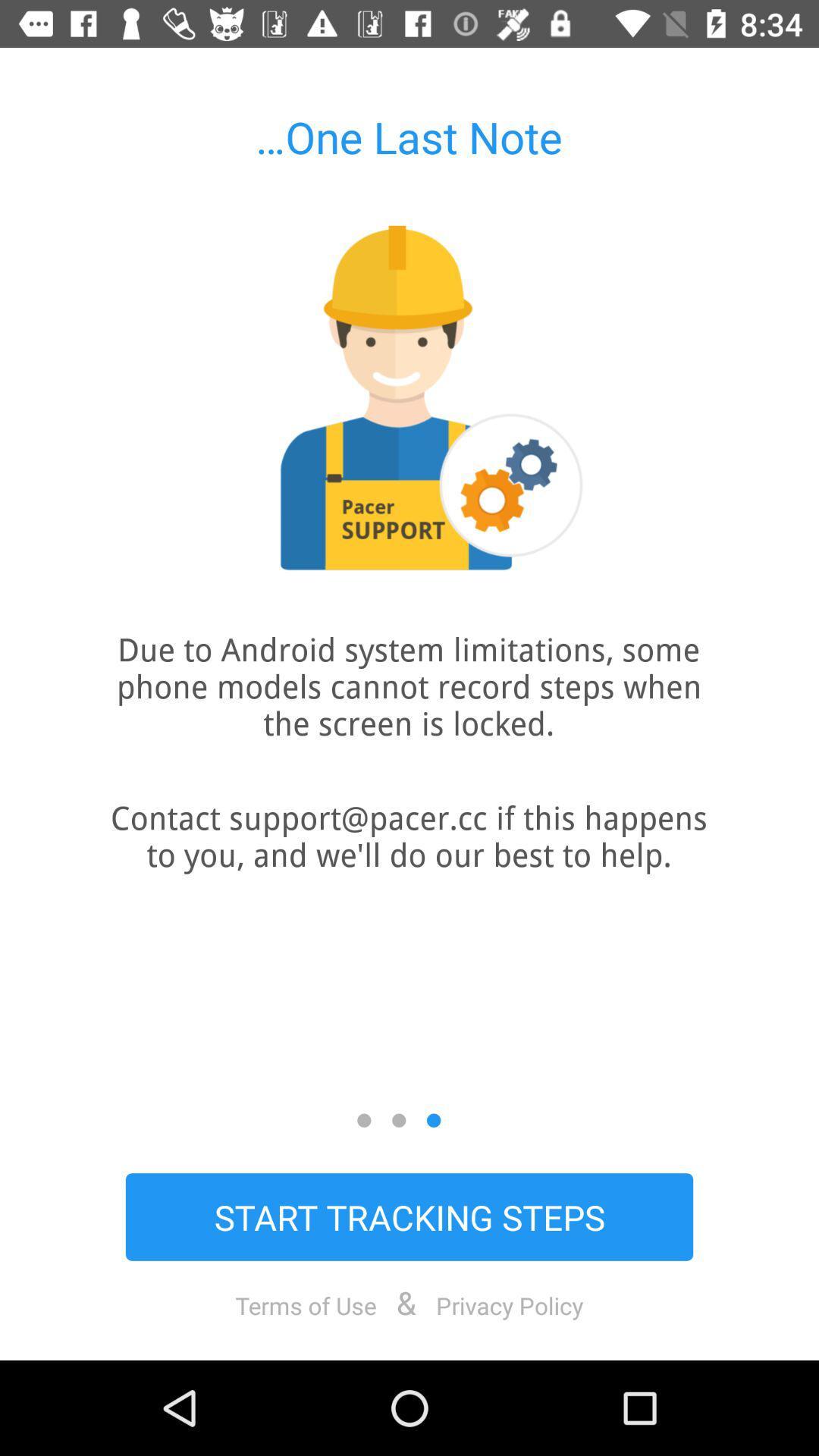 The height and width of the screenshot is (1456, 819). Describe the element at coordinates (510, 1304) in the screenshot. I see `icon to the right of the & icon` at that location.